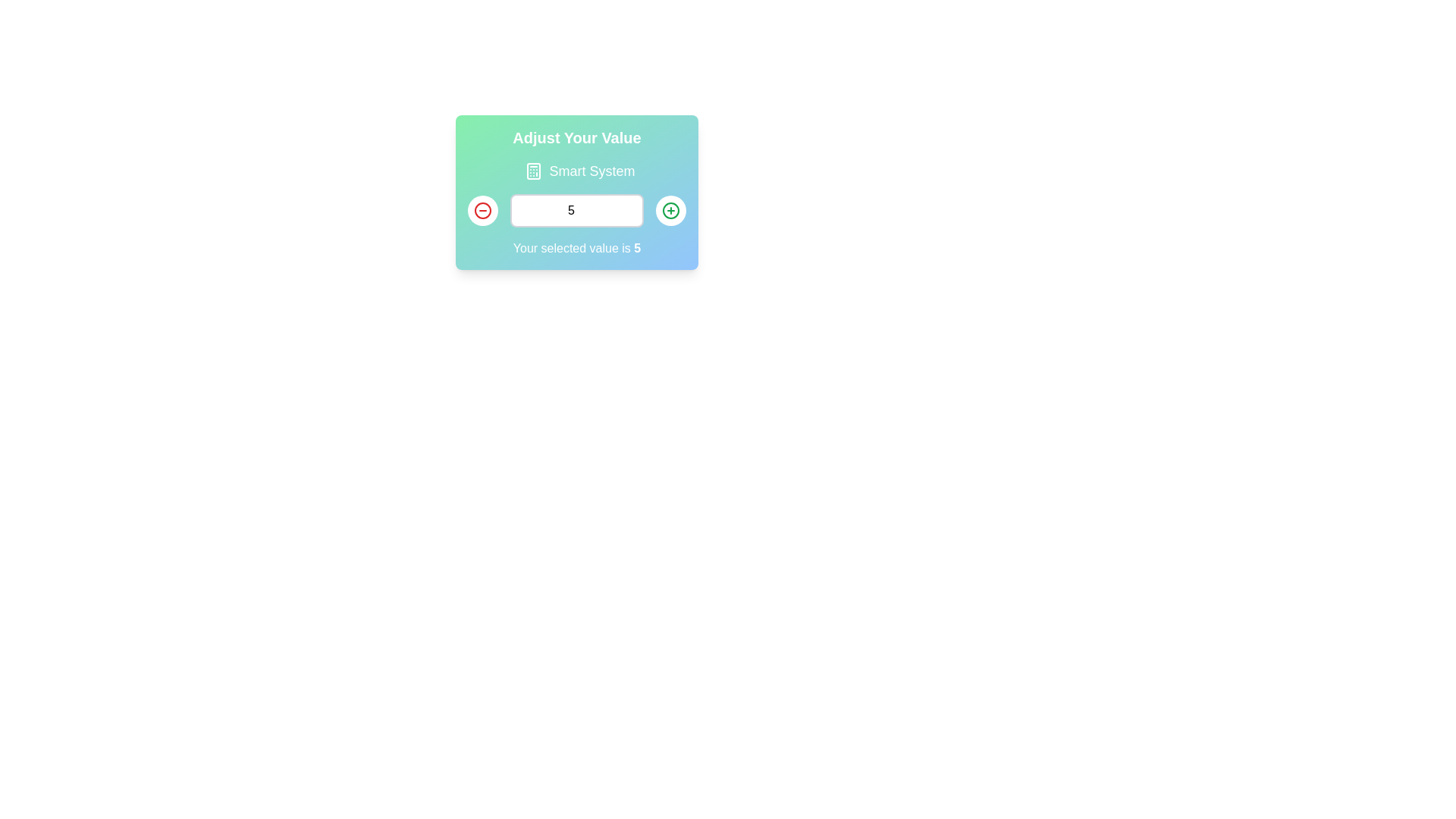  I want to click on the inner circle of the left-hand circular button indicating a subtract or decrease function within the panel titled 'Adjust Your Value', so click(482, 210).